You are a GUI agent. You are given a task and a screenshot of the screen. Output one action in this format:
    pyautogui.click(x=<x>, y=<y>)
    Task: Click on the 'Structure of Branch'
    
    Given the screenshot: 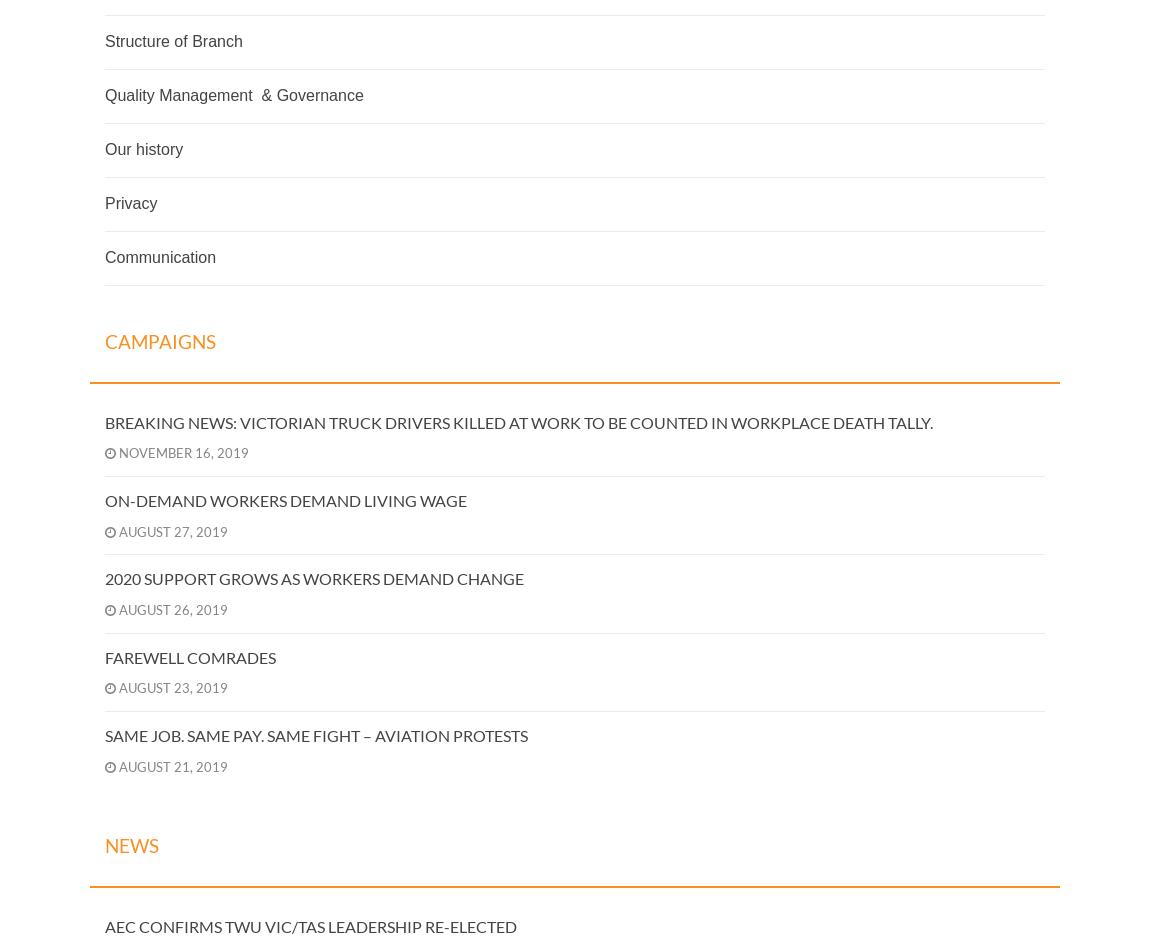 What is the action you would take?
    pyautogui.click(x=172, y=41)
    